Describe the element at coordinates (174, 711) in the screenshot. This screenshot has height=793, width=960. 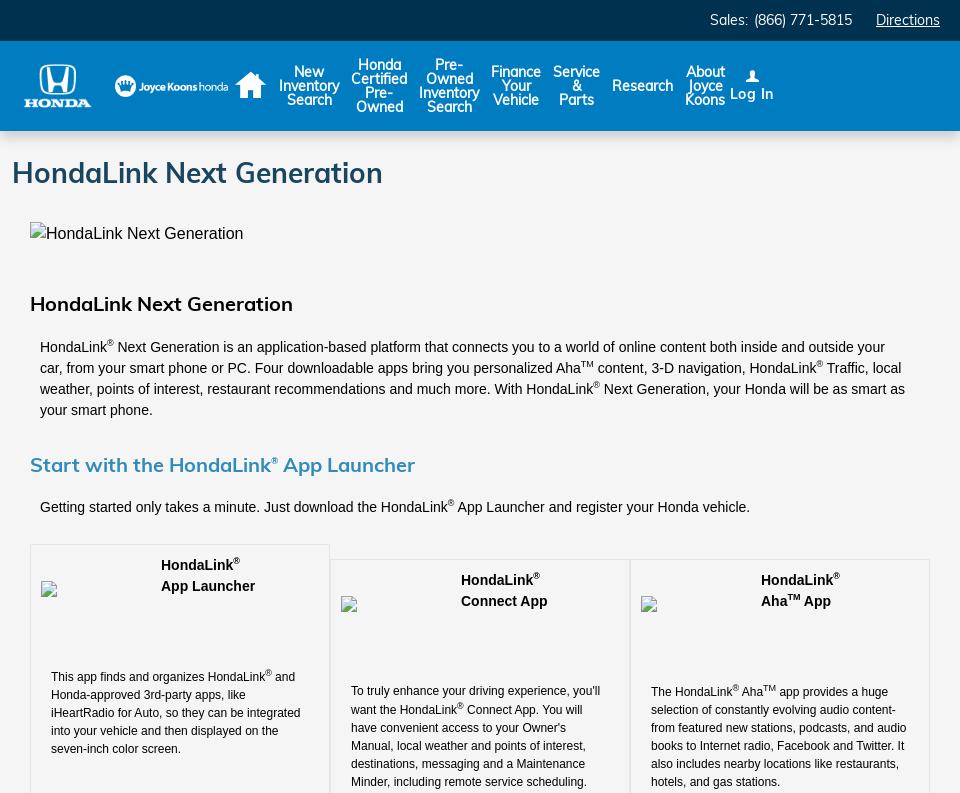
I see `'and Honda-approved 3rd-party apps, like iHeartRadio for Auto, so they can be integrated into your vehicle and then displayed on the seven-inch color screen.'` at that location.